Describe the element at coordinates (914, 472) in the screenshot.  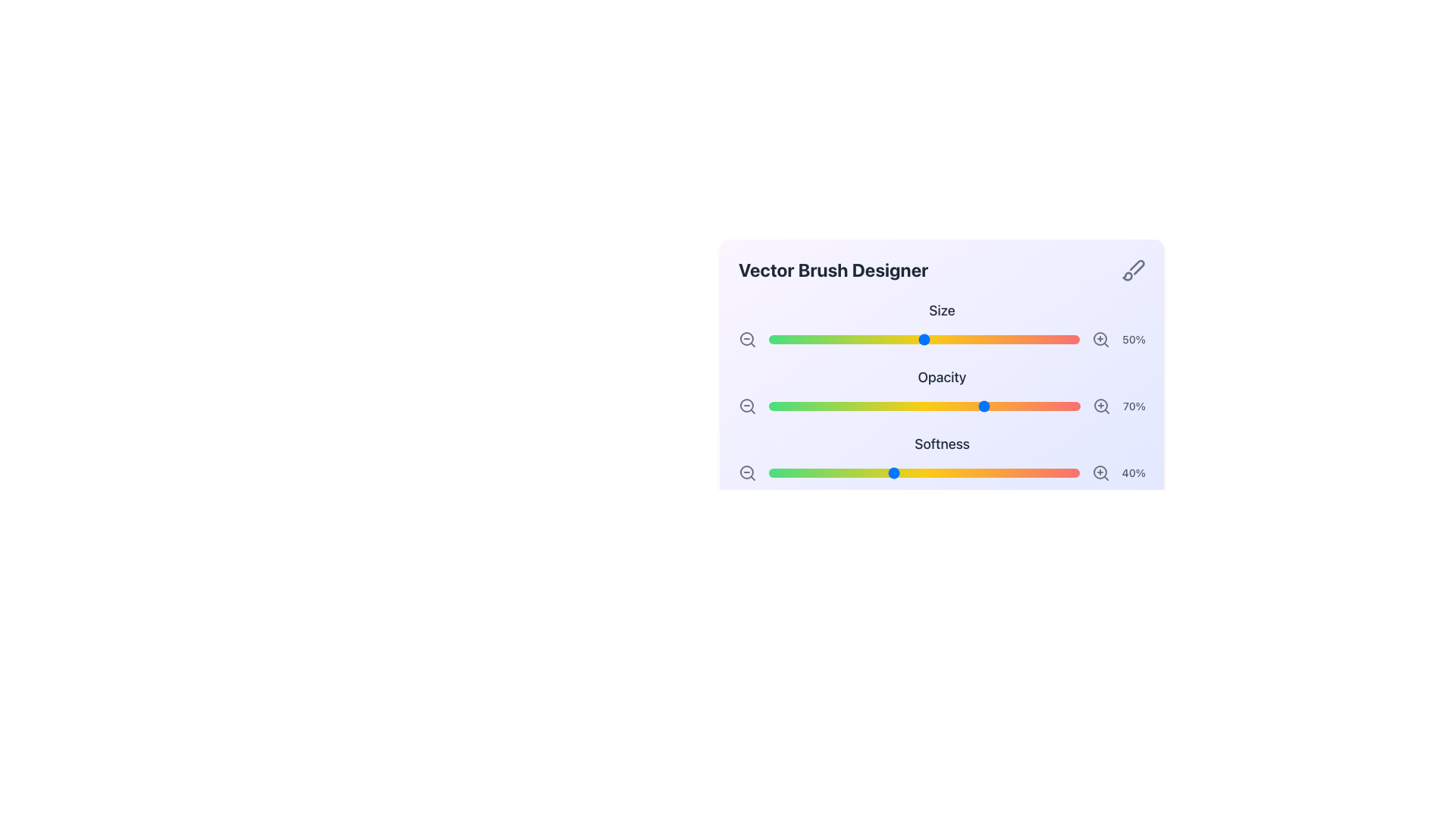
I see `softness` at that location.